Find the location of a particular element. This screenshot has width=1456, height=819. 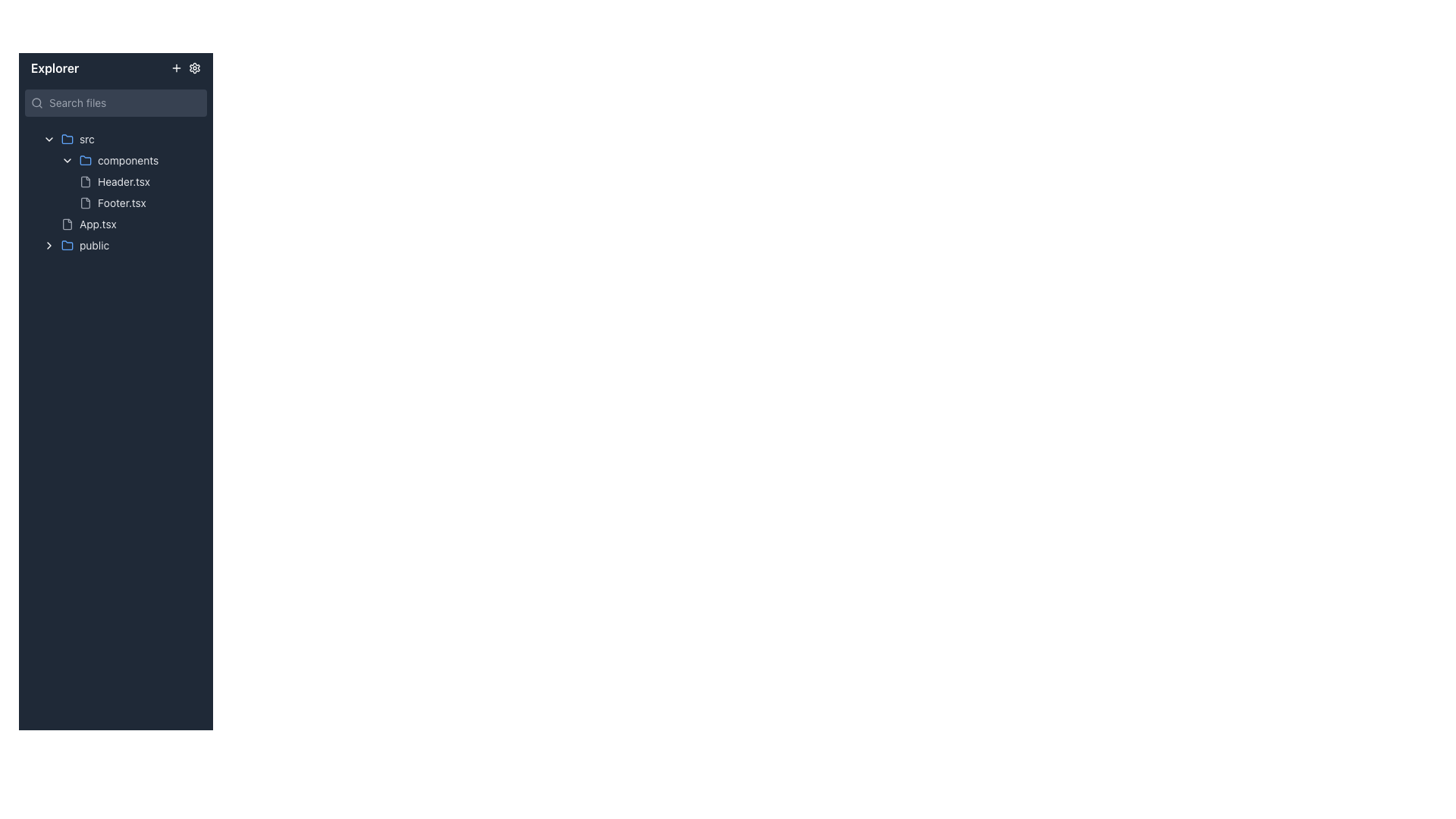

the 'components' text label in the navigation structure is located at coordinates (128, 161).